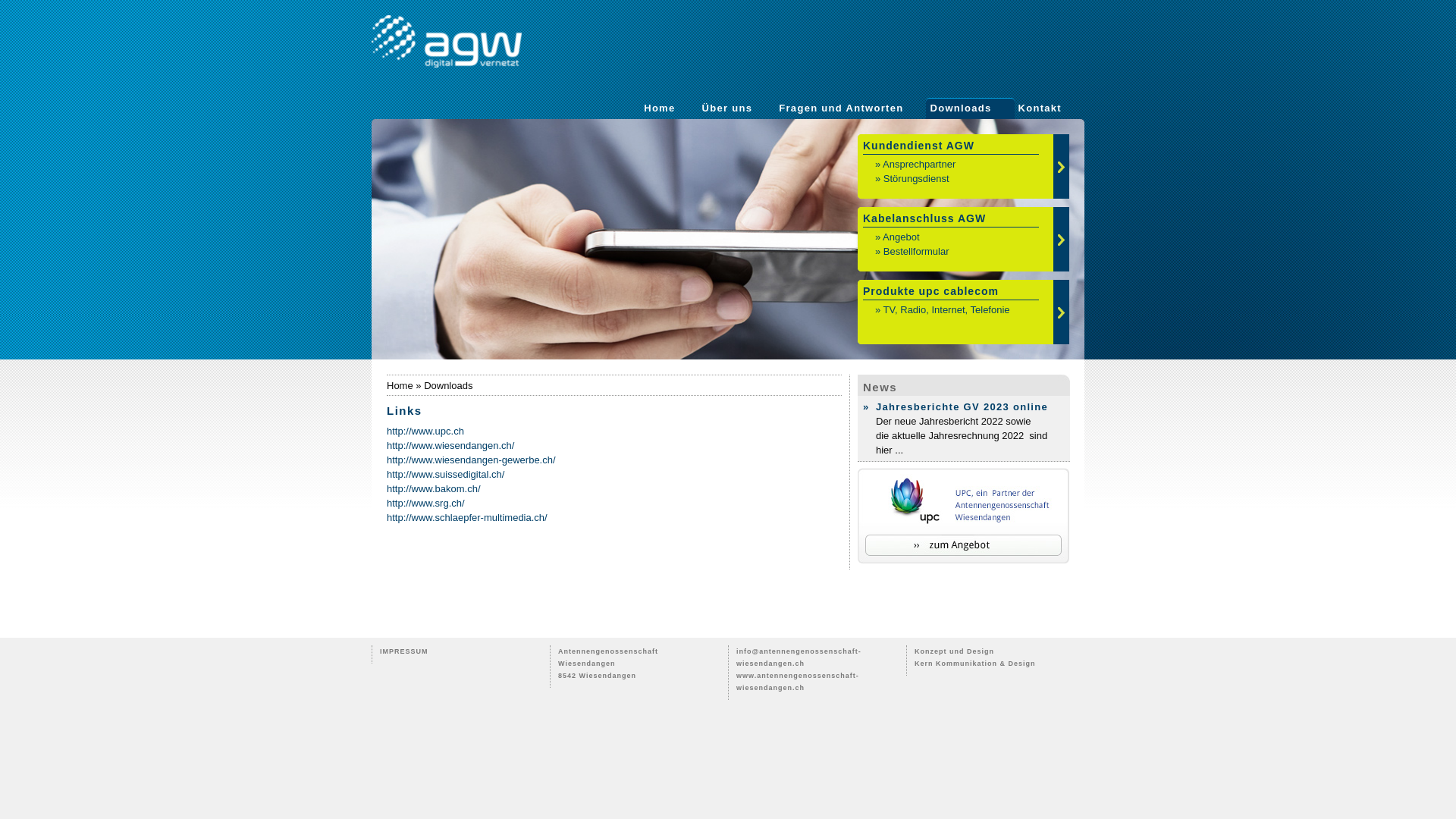 This screenshot has height=819, width=1456. I want to click on 'http://www.suissedigital.ch/', so click(386, 473).